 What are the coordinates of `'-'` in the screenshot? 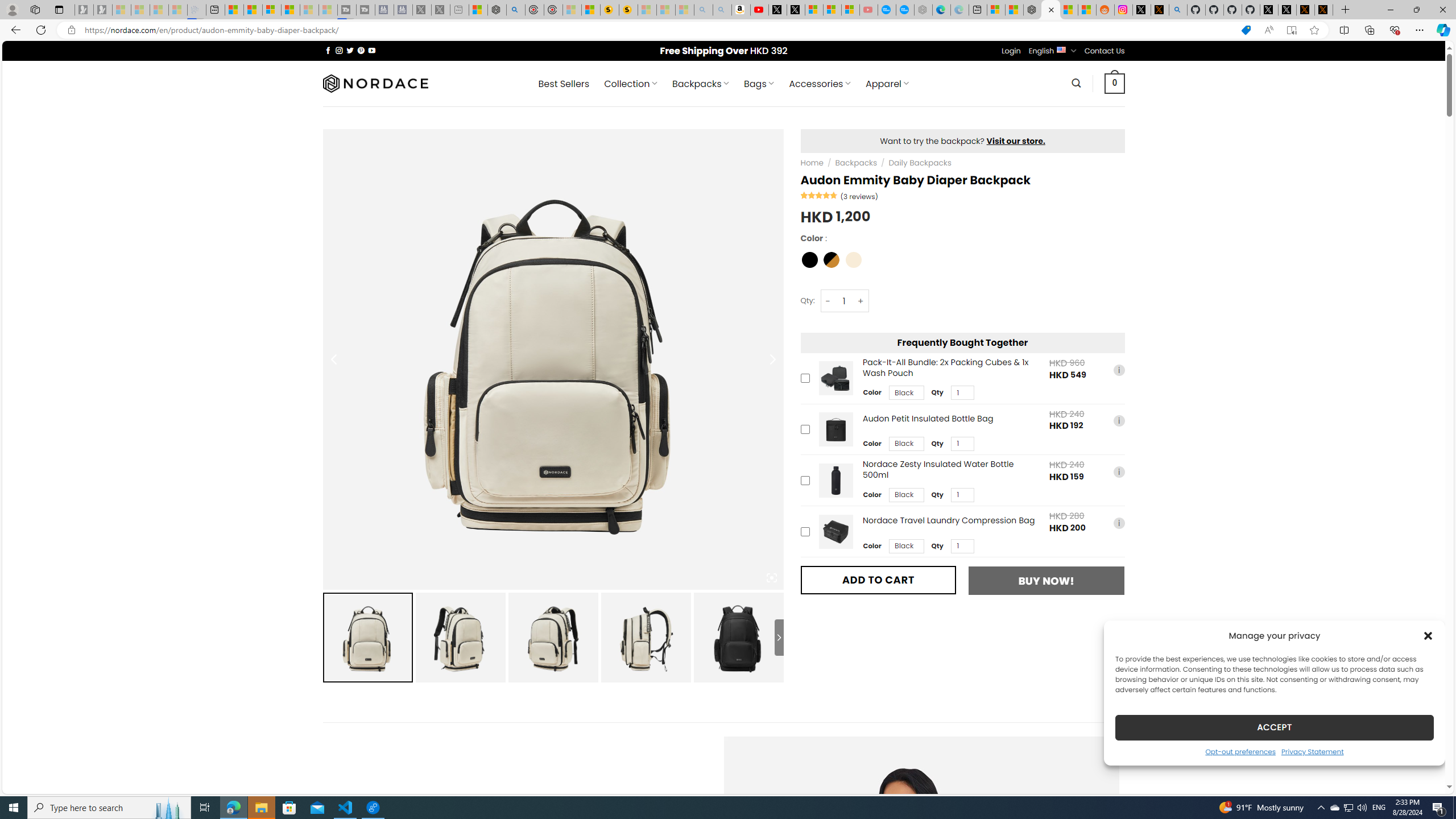 It's located at (828, 300).